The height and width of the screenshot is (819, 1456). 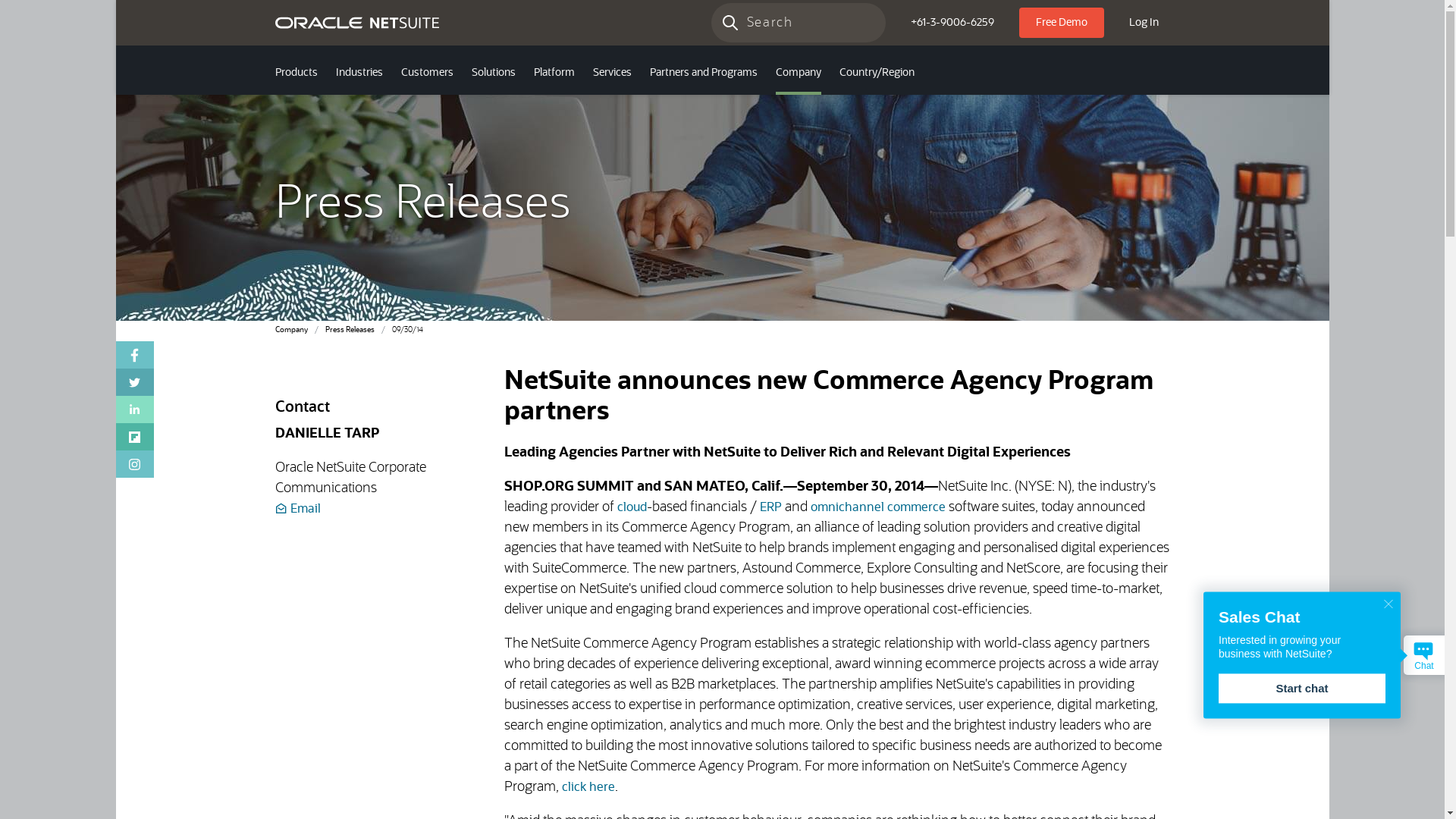 What do you see at coordinates (494, 74) in the screenshot?
I see `'Solutions'` at bounding box center [494, 74].